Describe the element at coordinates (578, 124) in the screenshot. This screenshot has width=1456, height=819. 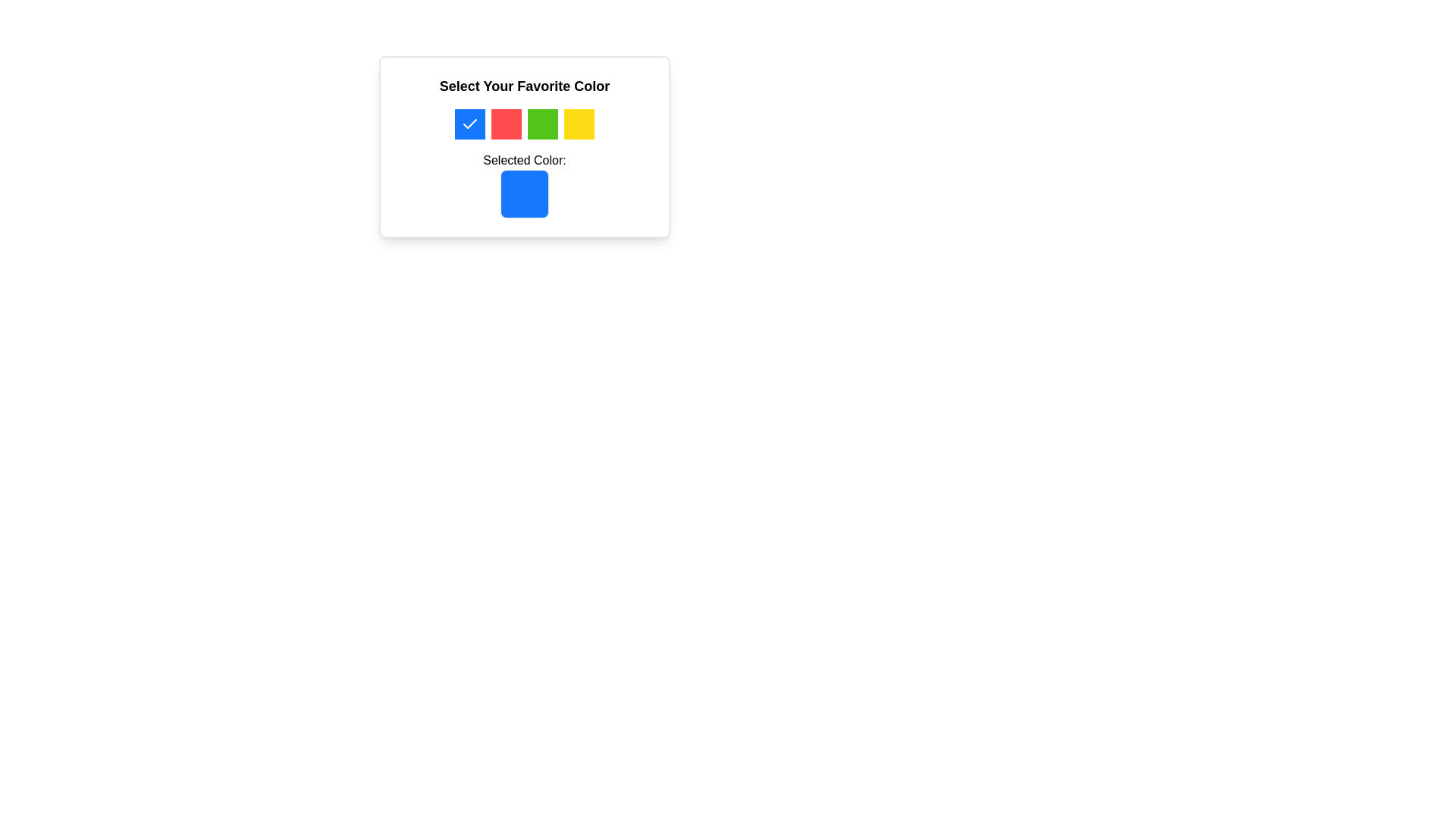
I see `the fifth color selection button in the row, located below the title 'Select Your Favorite Color', to potentially display a tooltip` at that location.